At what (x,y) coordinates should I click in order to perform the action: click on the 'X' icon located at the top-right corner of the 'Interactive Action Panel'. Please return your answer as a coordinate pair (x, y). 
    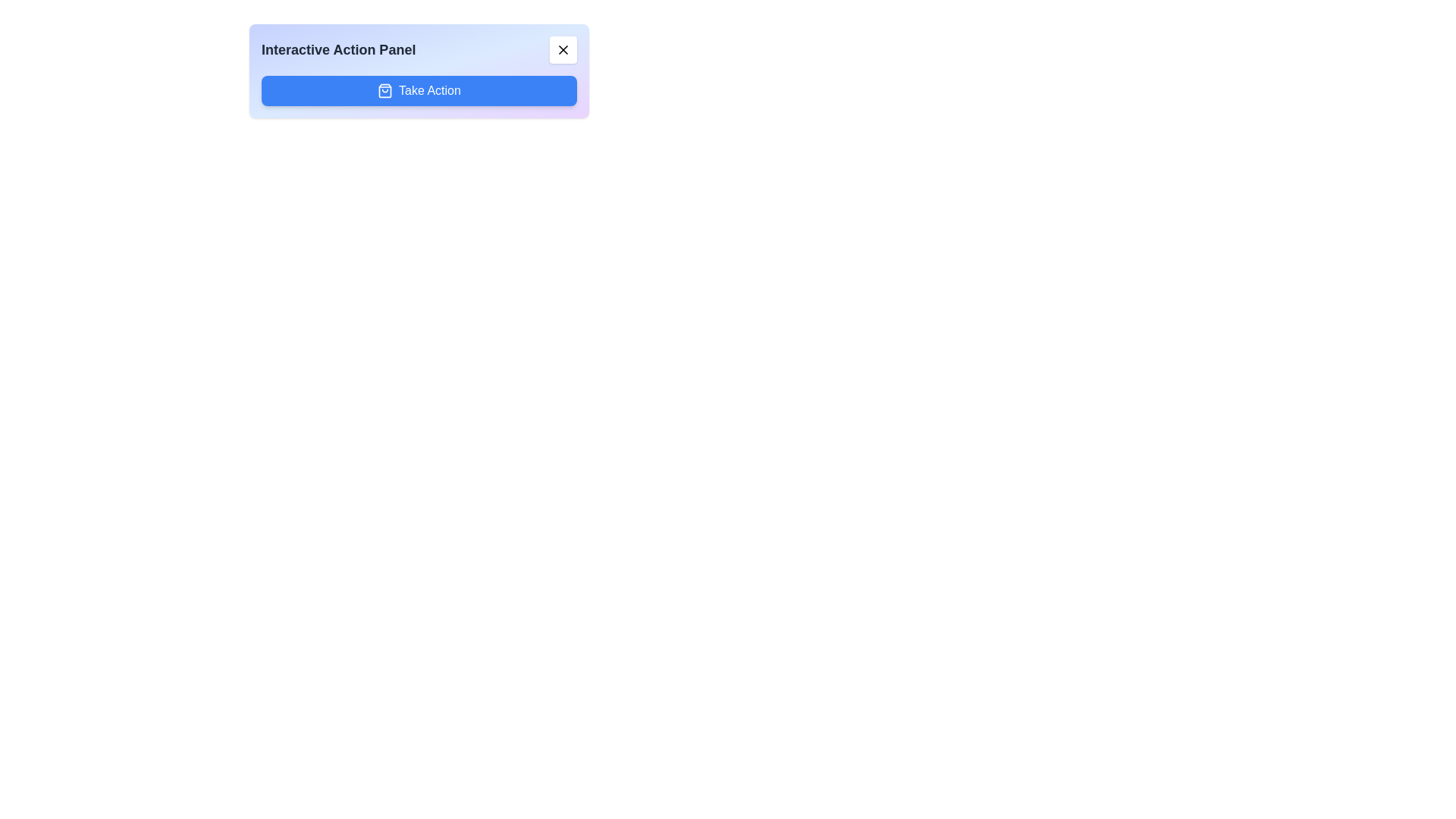
    Looking at the image, I should click on (563, 49).